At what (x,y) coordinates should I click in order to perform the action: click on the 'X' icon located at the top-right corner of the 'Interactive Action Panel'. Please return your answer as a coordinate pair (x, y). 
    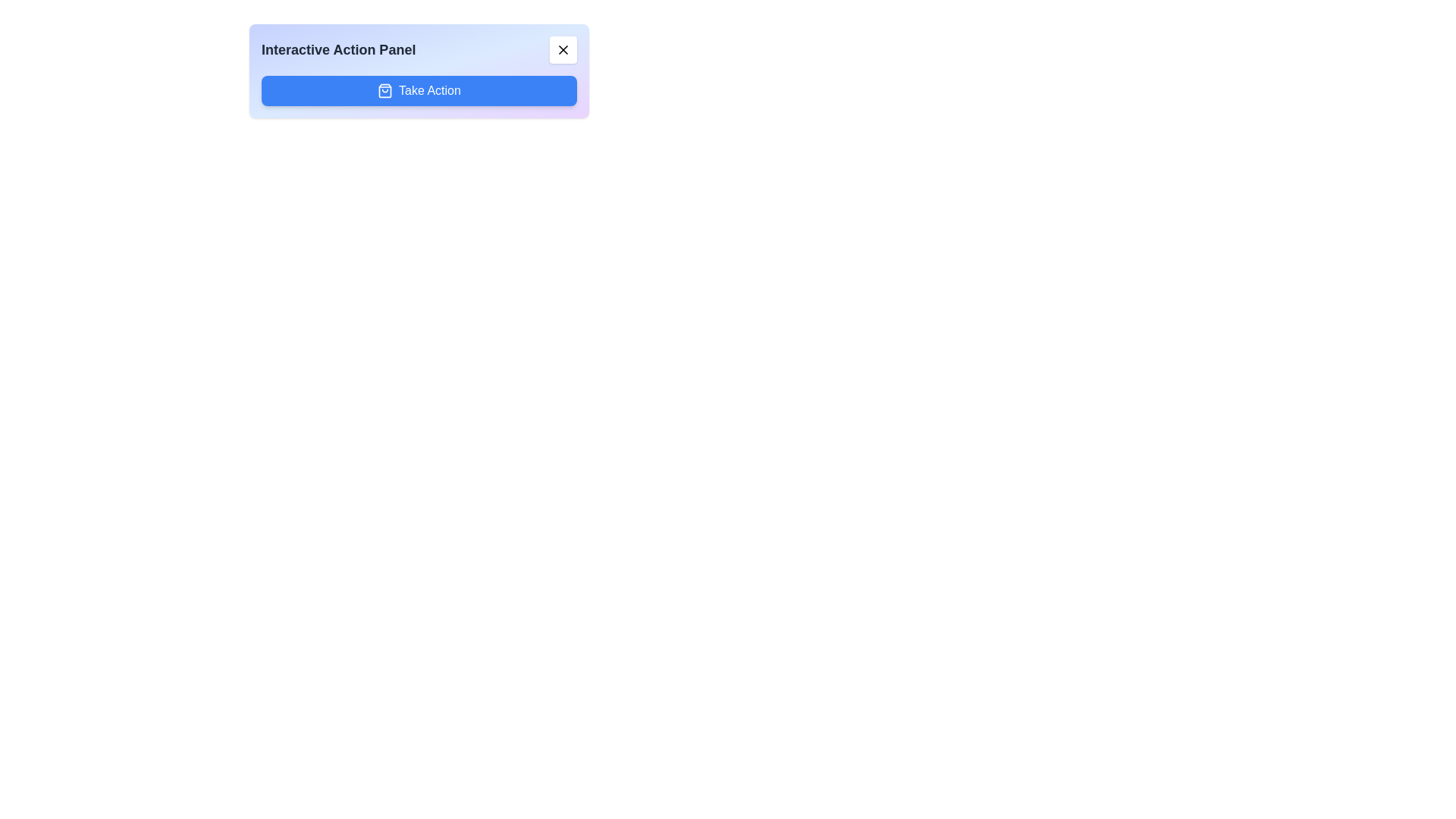
    Looking at the image, I should click on (563, 49).